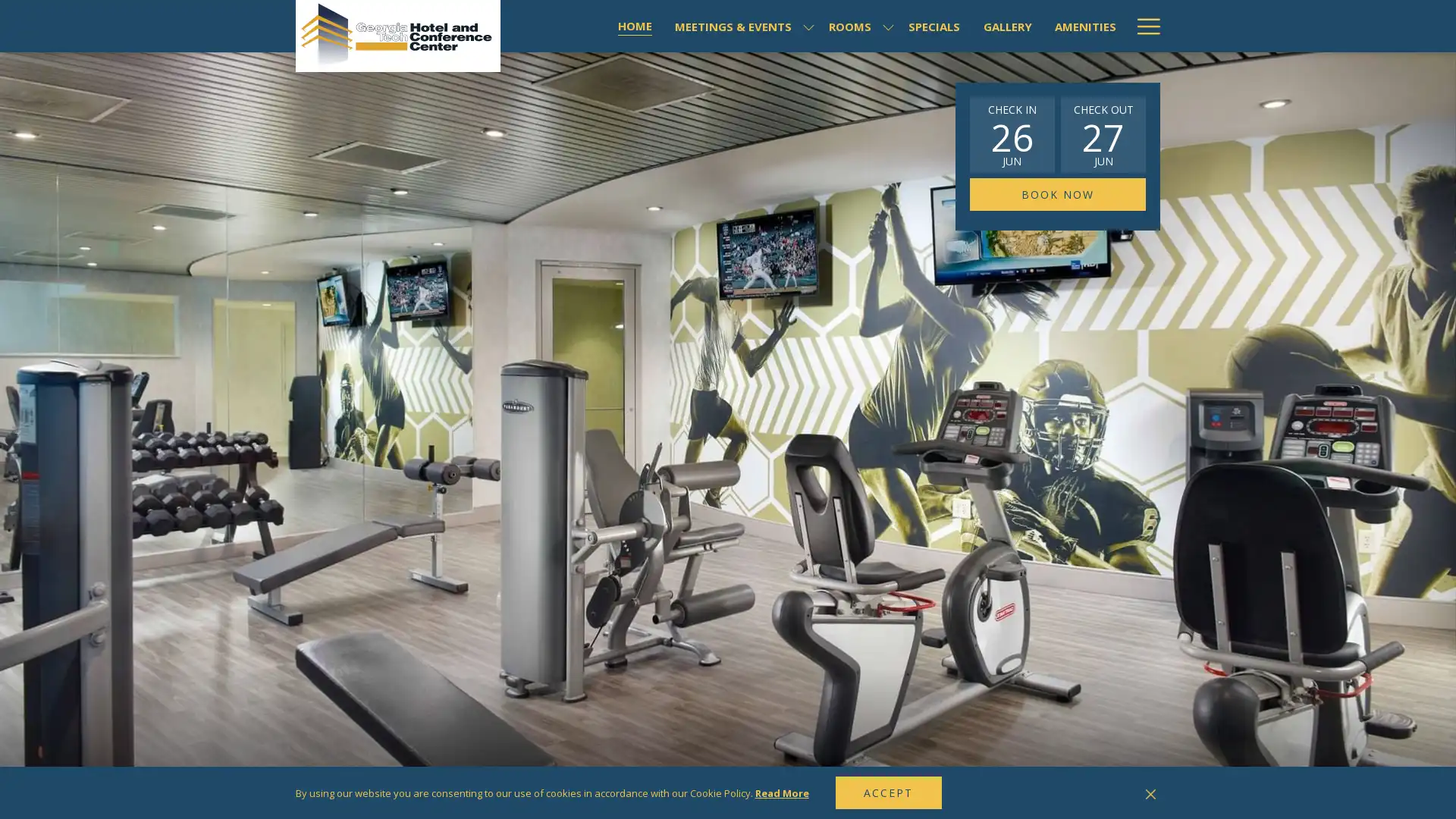  What do you see at coordinates (1153, 794) in the screenshot?
I see `Go to next slideshow element` at bounding box center [1153, 794].